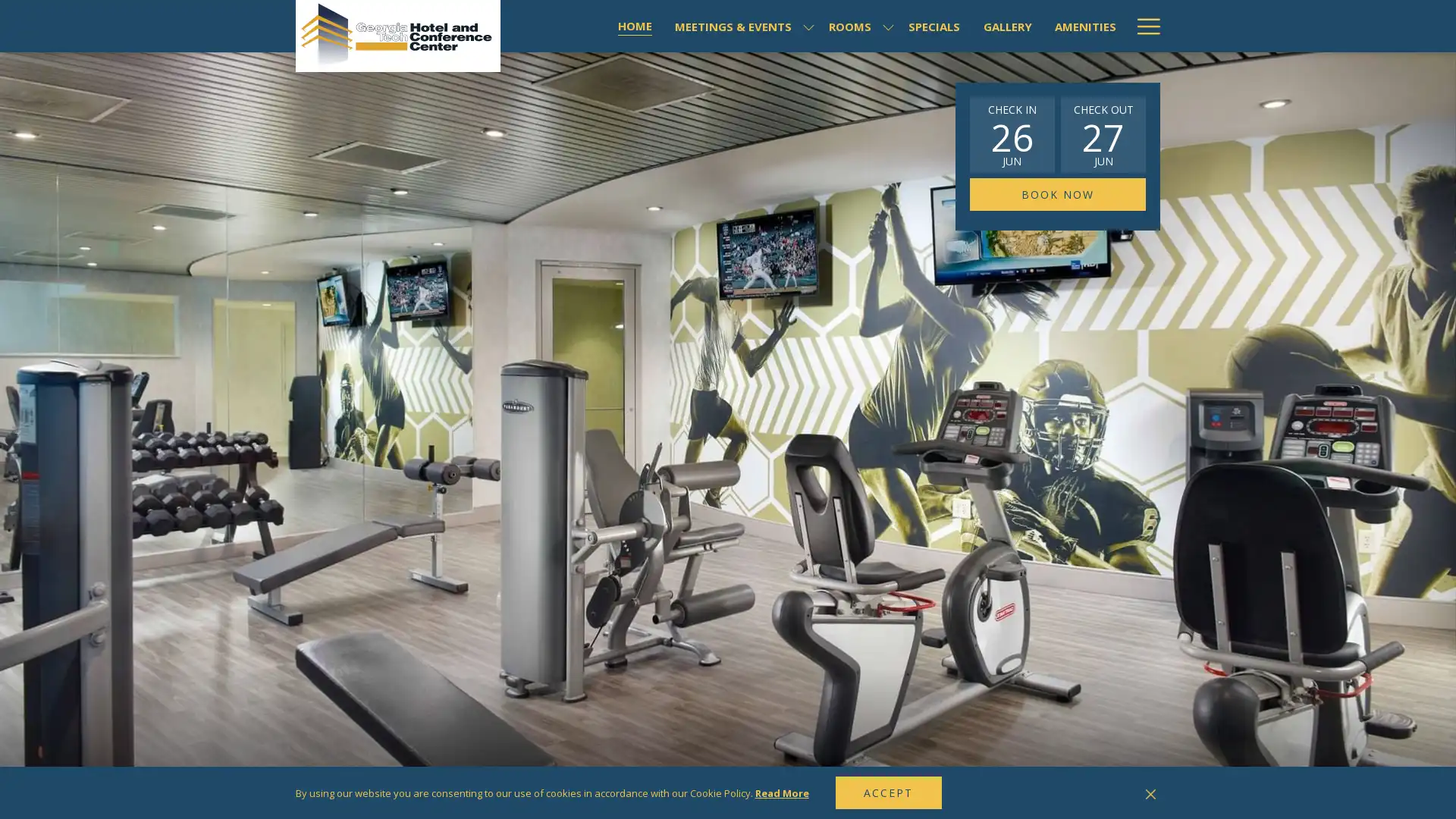  What do you see at coordinates (1153, 794) in the screenshot?
I see `Go to next slideshow element` at bounding box center [1153, 794].